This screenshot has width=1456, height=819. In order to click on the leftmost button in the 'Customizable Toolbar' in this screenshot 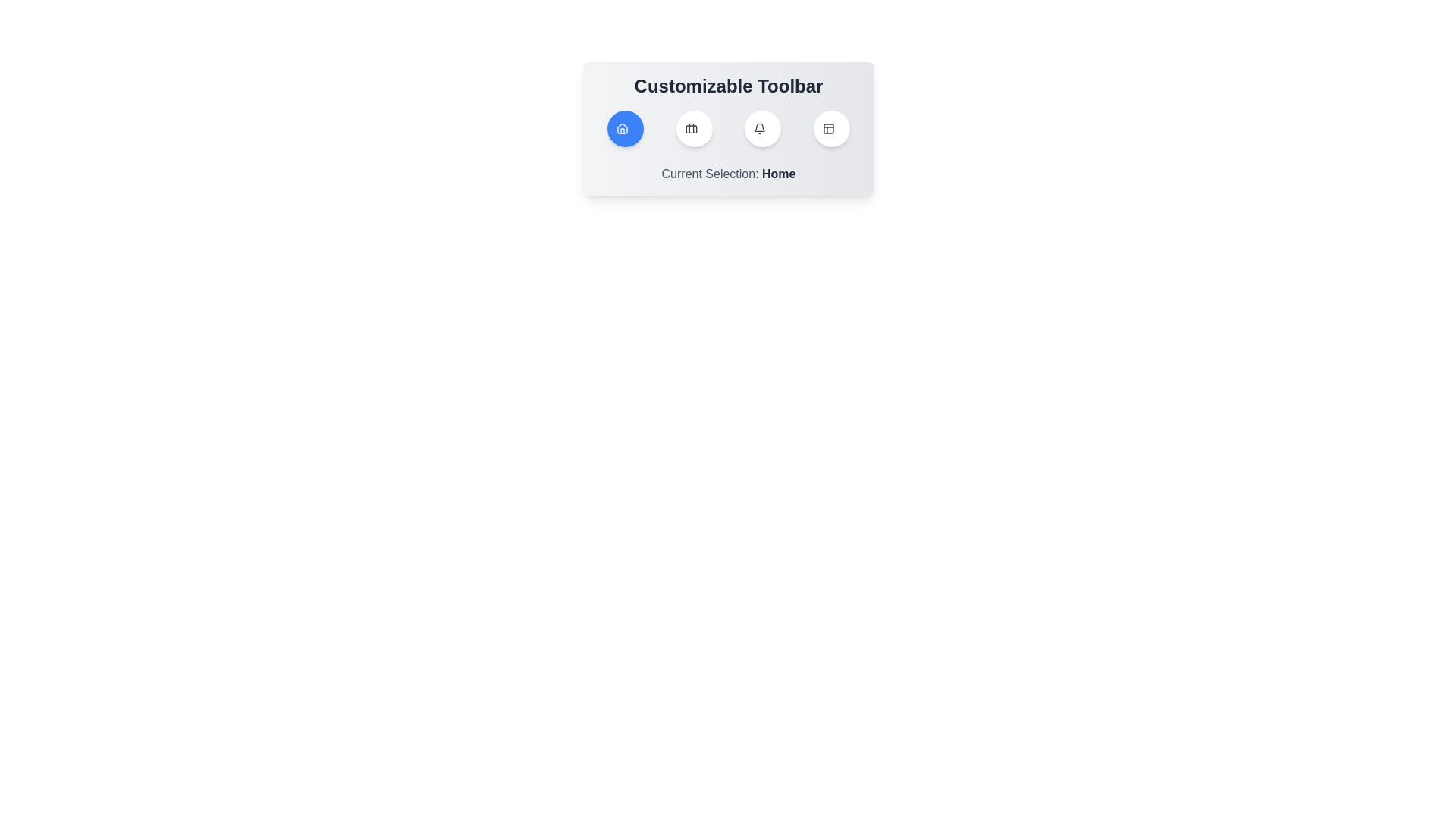, I will do `click(626, 127)`.